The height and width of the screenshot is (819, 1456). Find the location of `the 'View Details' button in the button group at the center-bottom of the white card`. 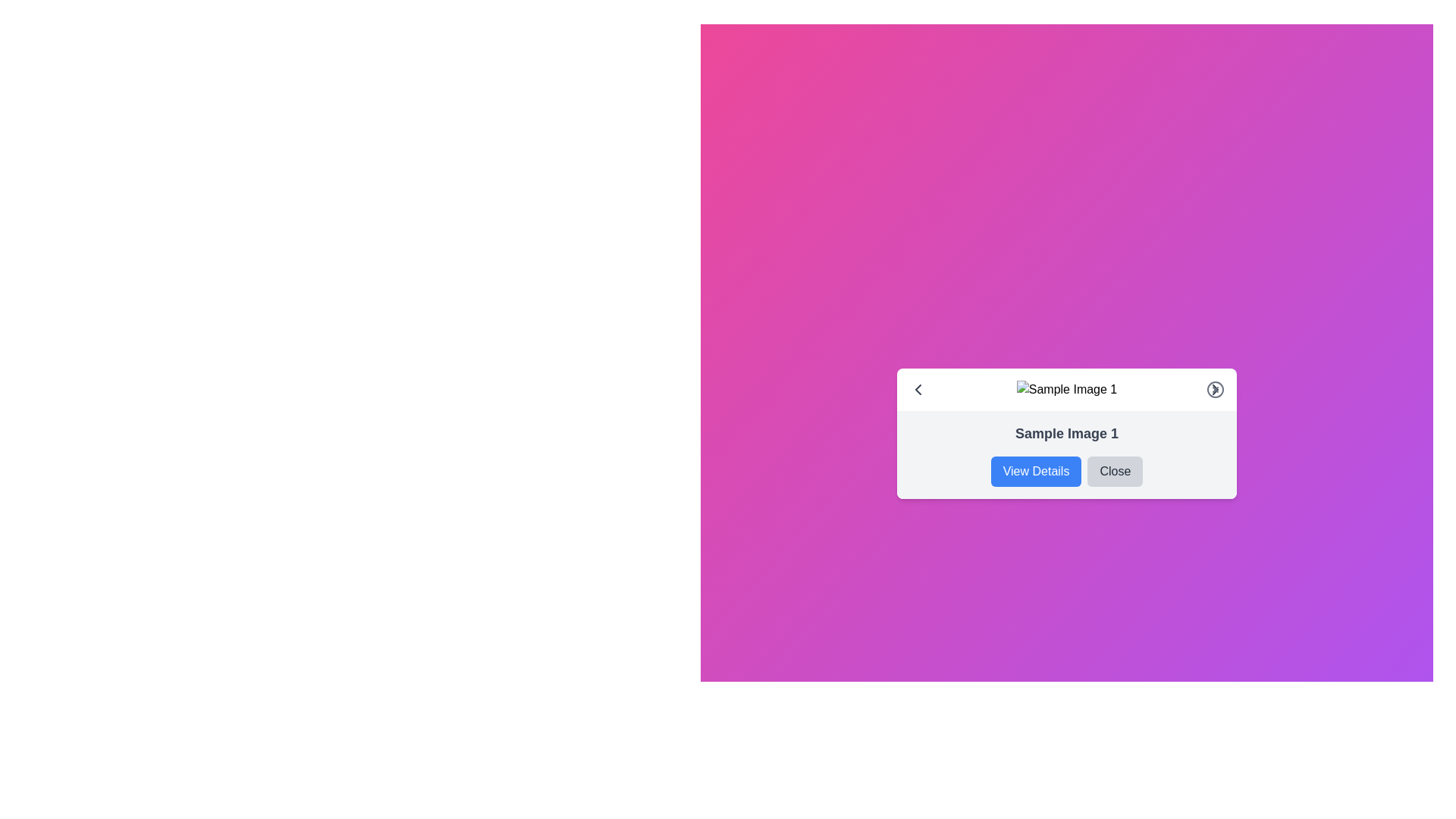

the 'View Details' button in the button group at the center-bottom of the white card is located at coordinates (1065, 470).